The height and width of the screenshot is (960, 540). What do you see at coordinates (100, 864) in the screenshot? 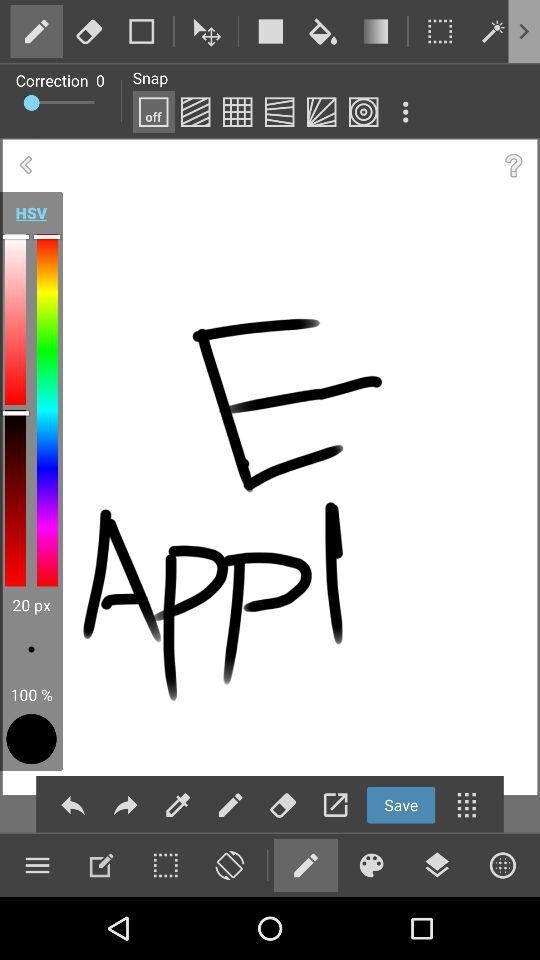
I see `edit option` at bounding box center [100, 864].